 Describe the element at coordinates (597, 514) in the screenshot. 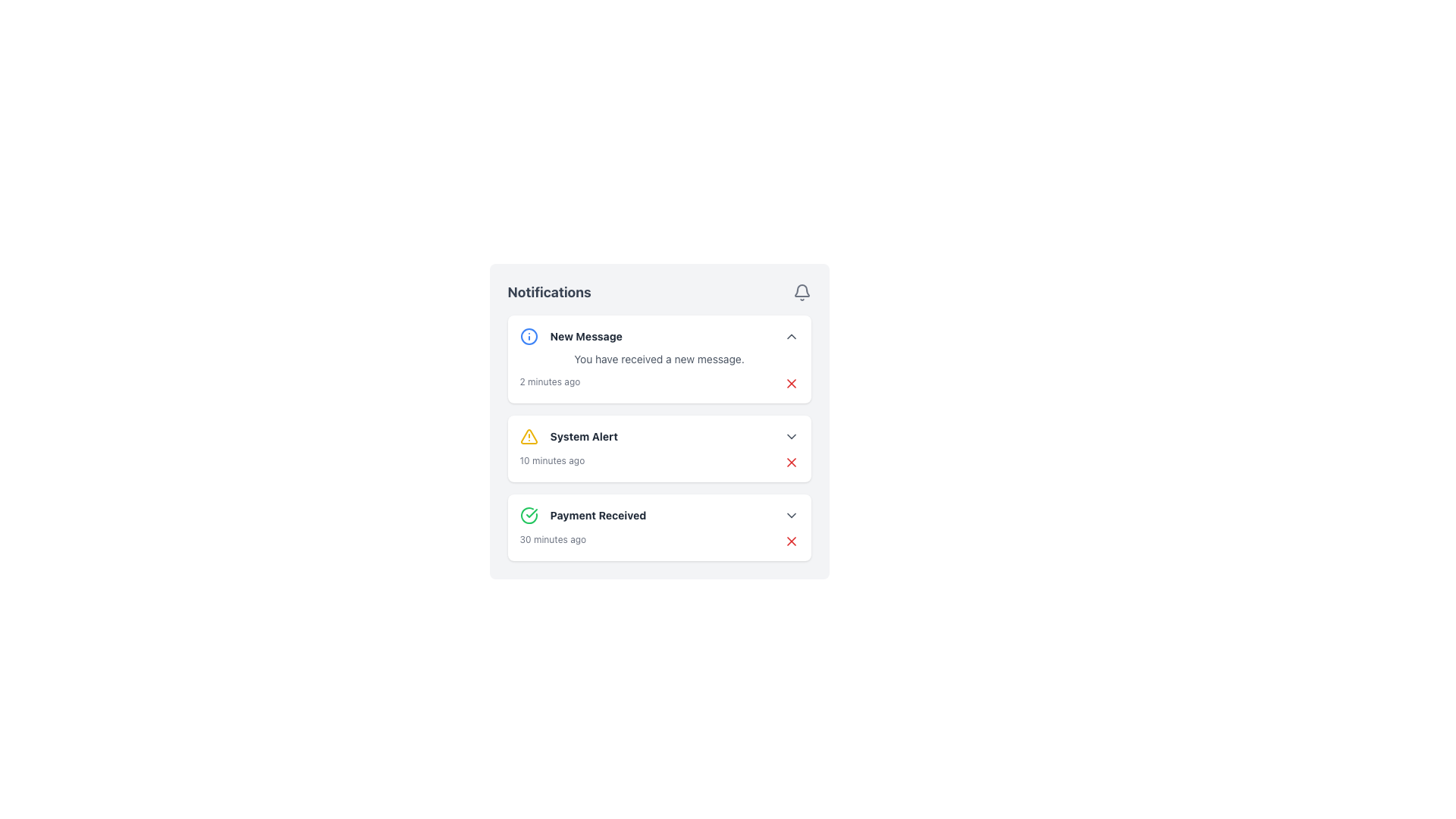

I see `text from the descriptive label located in the bottom notification card of the notifications panel, which is adjacent to a green check icon` at that location.